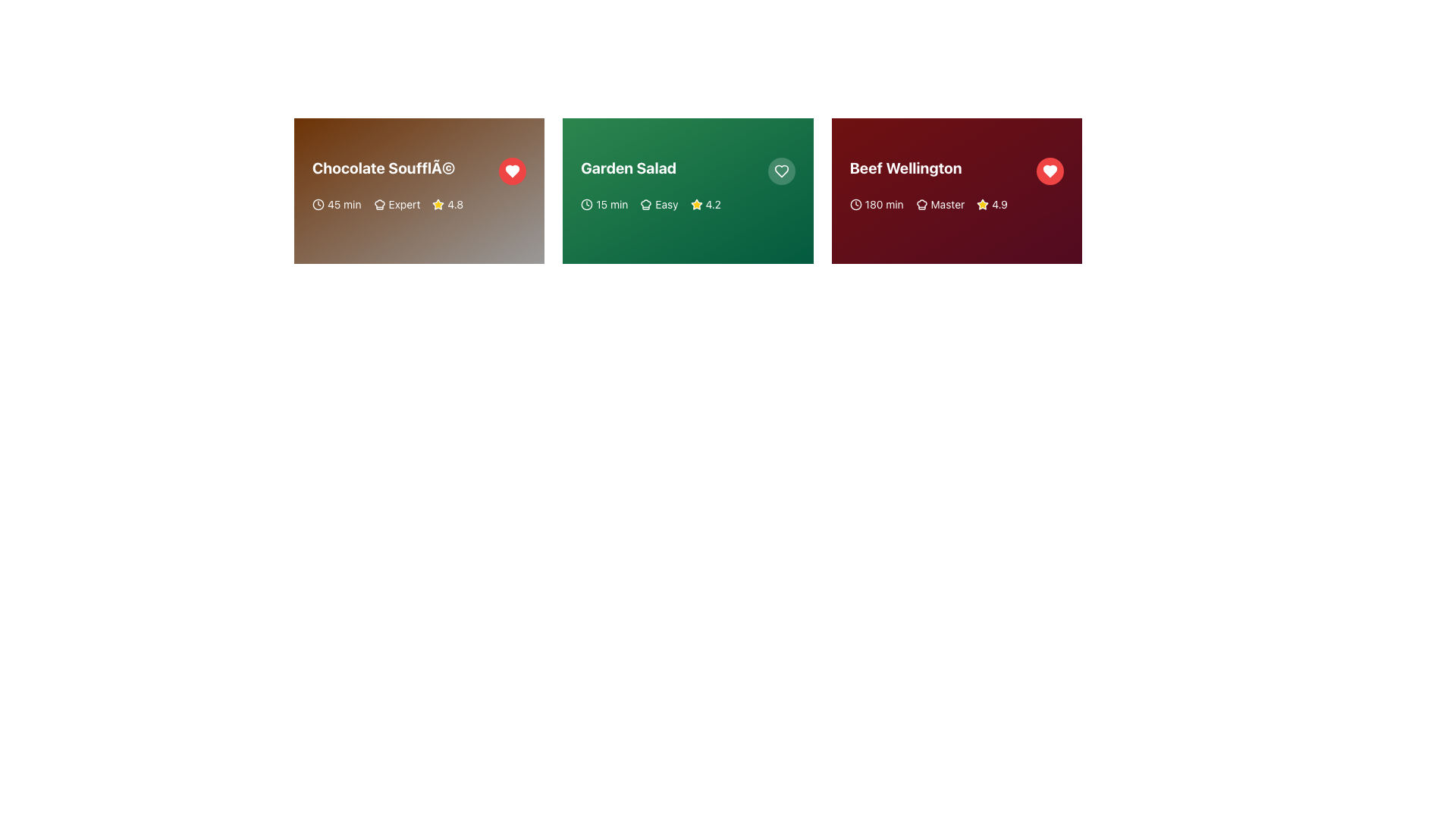 The height and width of the screenshot is (819, 1456). Describe the element at coordinates (384, 168) in the screenshot. I see `title text displayed in the top-left corner of the card, which indicates the name of the item or content represented` at that location.